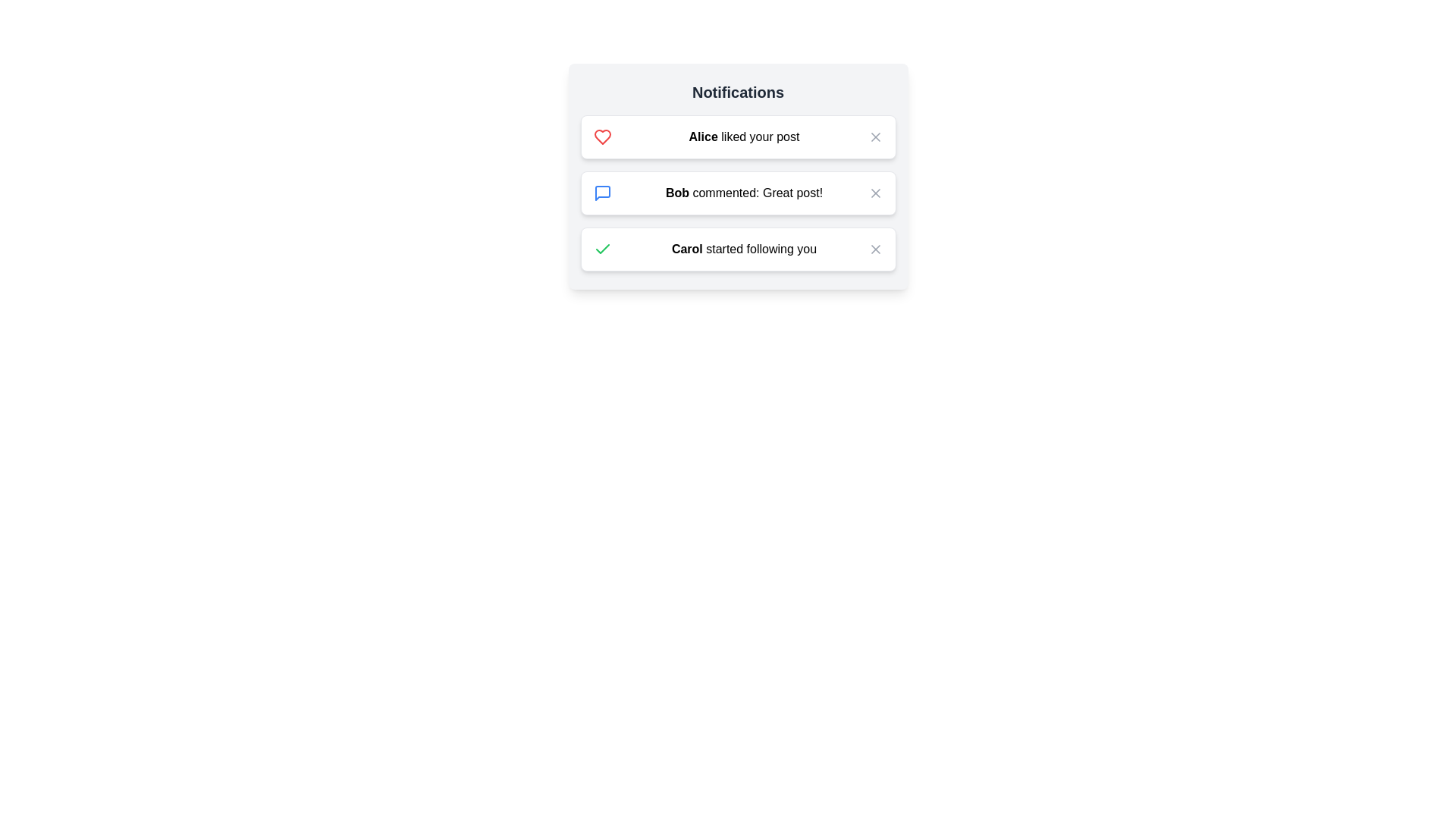 This screenshot has height=819, width=1456. Describe the element at coordinates (738, 137) in the screenshot. I see `the notification by clicking on the notification box that displays a red heart icon, bold text 'Alice' followed by lighter text 'liked your post', and an 'X' icon at the right` at that location.